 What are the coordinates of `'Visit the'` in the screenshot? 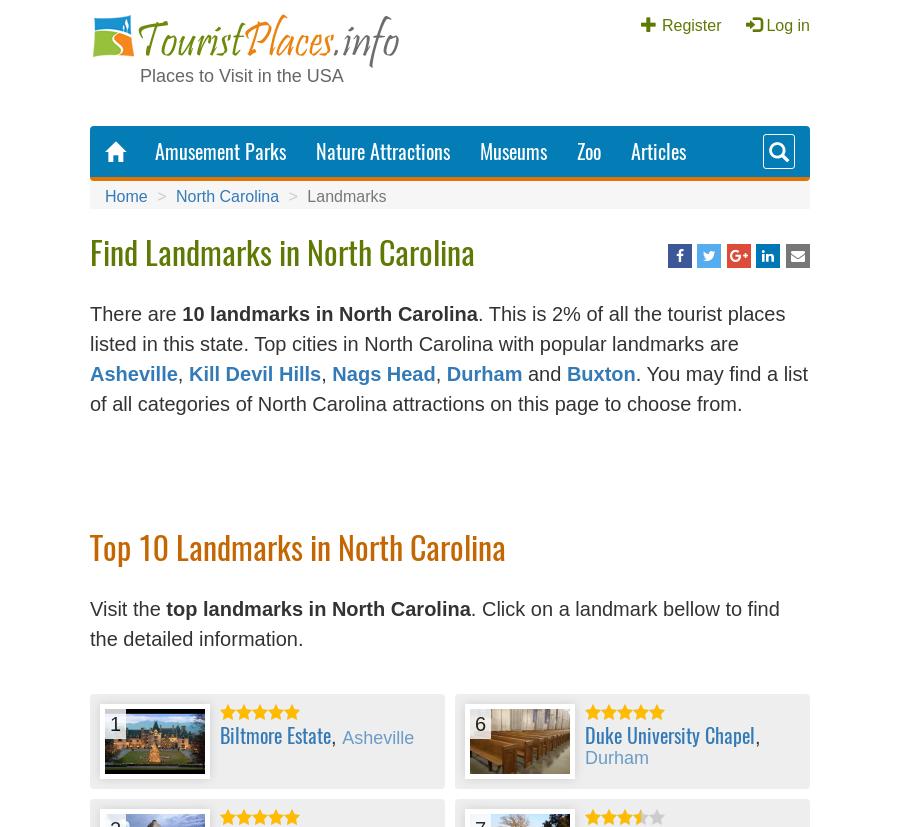 It's located at (127, 608).